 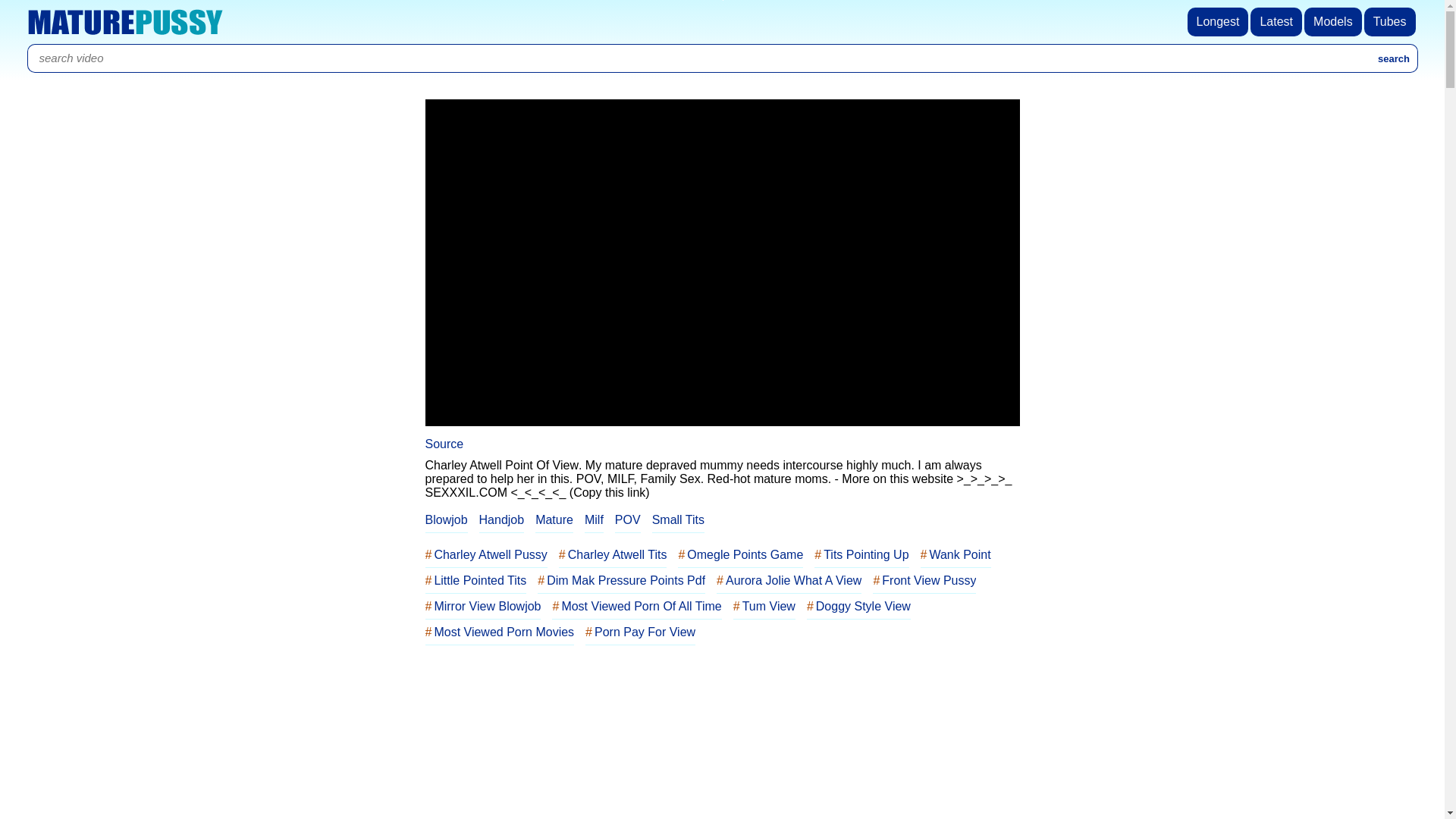 I want to click on 'Most Viewed Porn Movies', so click(x=499, y=632).